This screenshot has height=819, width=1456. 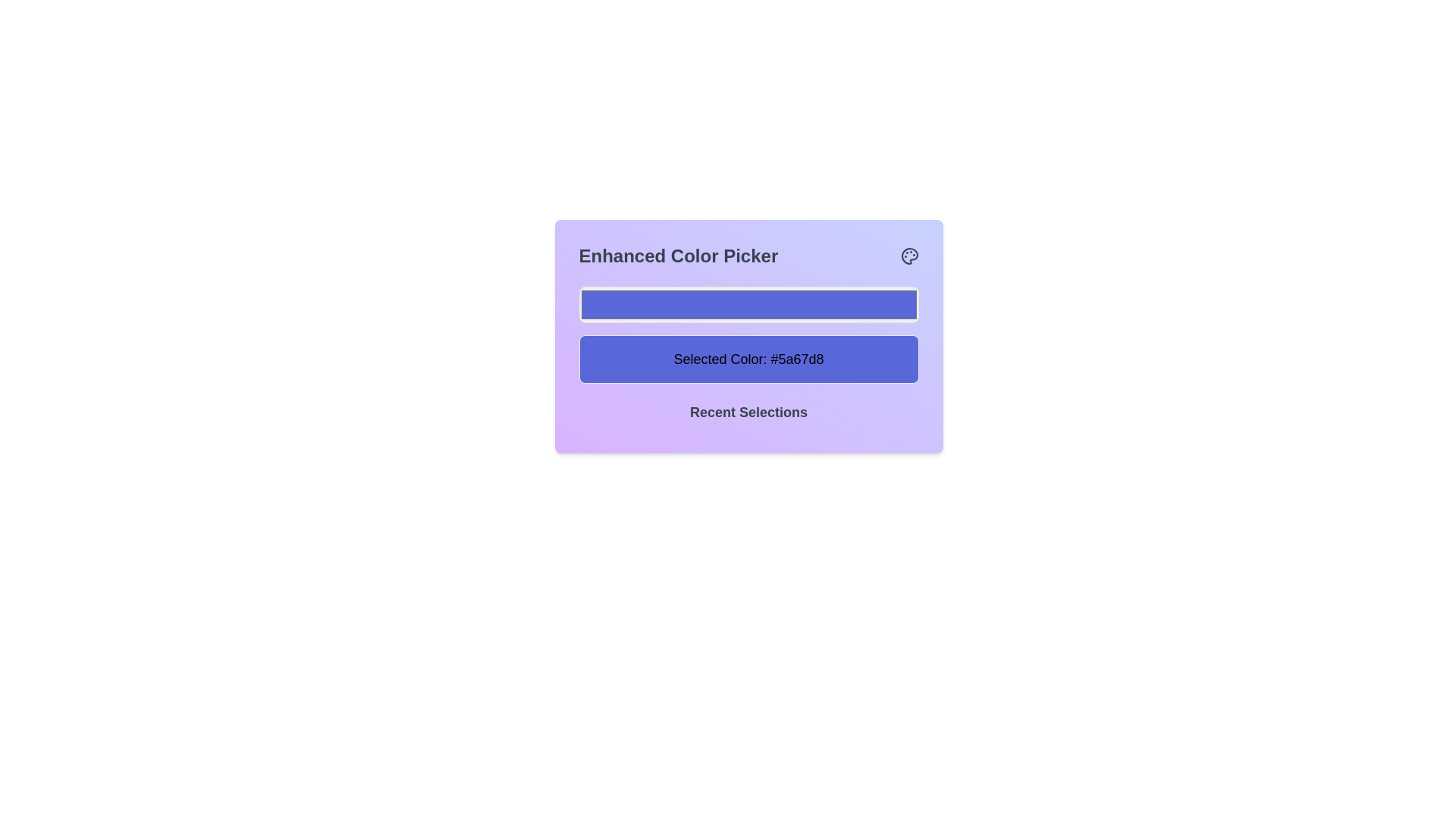 What do you see at coordinates (748, 256) in the screenshot?
I see `the Header label displaying 'Enhanced Color Picker' with a decorative palette icon on the right side` at bounding box center [748, 256].